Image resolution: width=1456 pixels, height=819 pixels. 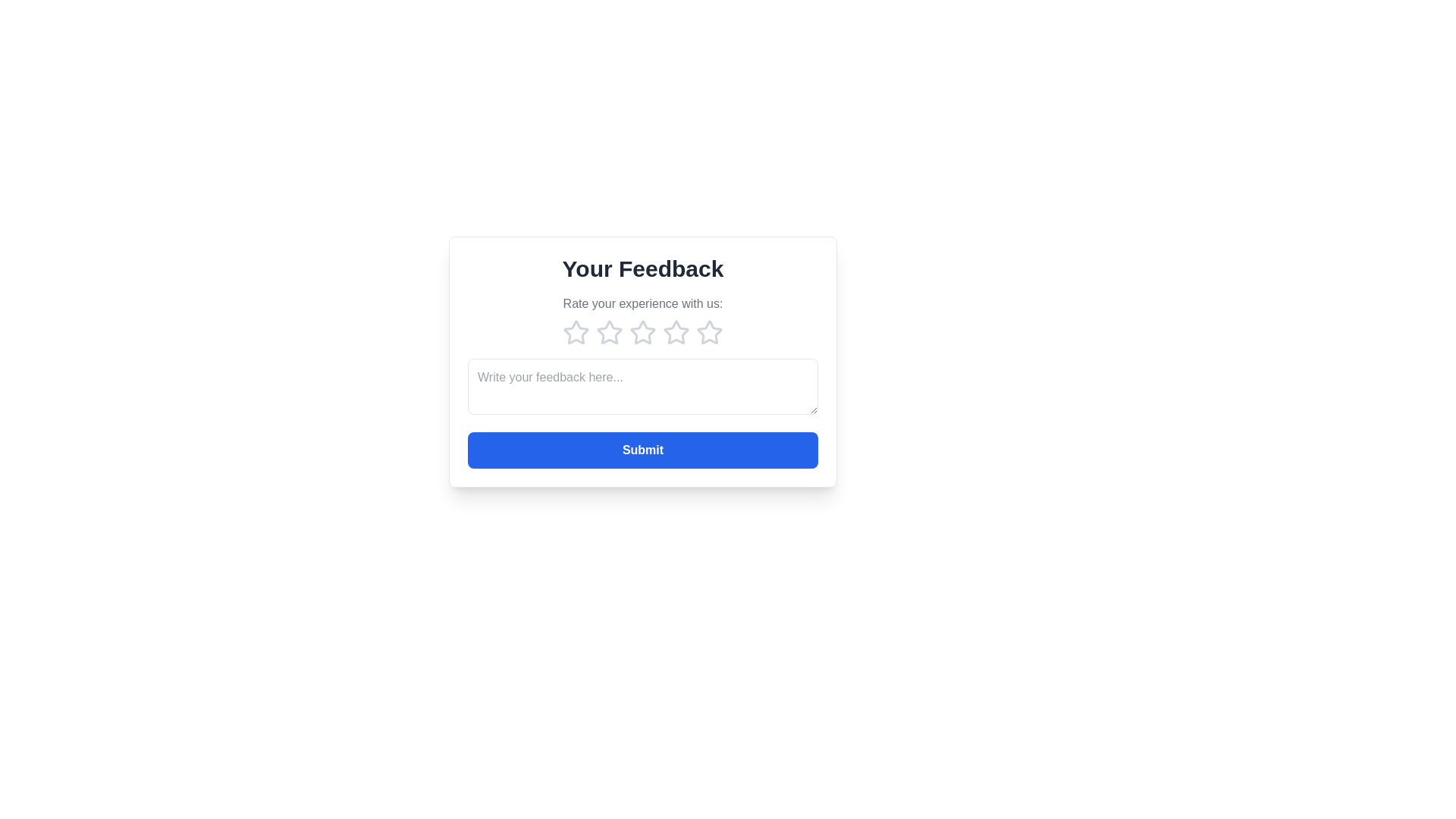 What do you see at coordinates (643, 332) in the screenshot?
I see `the star corresponding to 3 to set the rating` at bounding box center [643, 332].